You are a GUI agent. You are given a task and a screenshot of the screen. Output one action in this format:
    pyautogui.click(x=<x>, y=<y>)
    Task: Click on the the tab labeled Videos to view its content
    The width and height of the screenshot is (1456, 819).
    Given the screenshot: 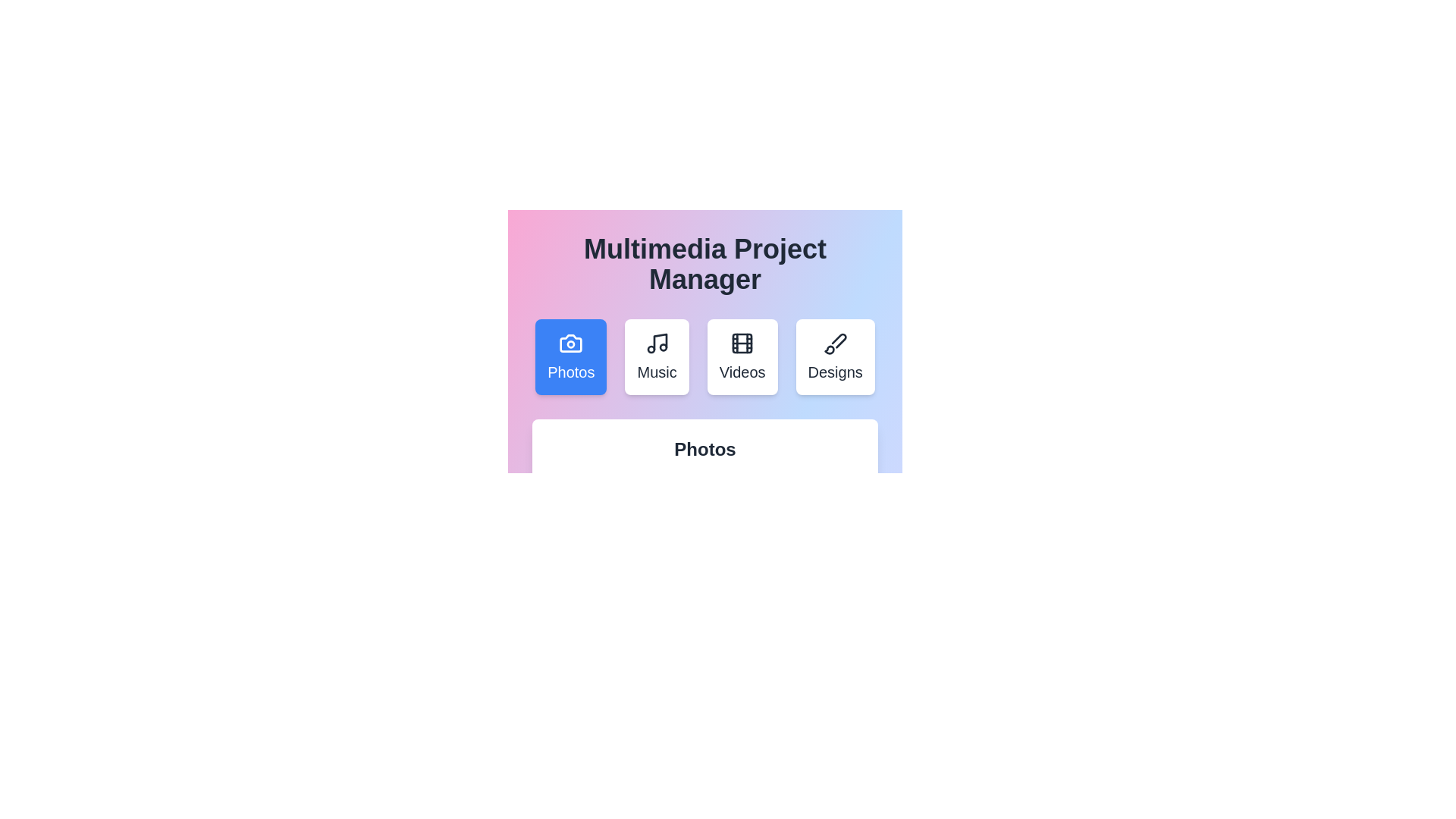 What is the action you would take?
    pyautogui.click(x=742, y=356)
    